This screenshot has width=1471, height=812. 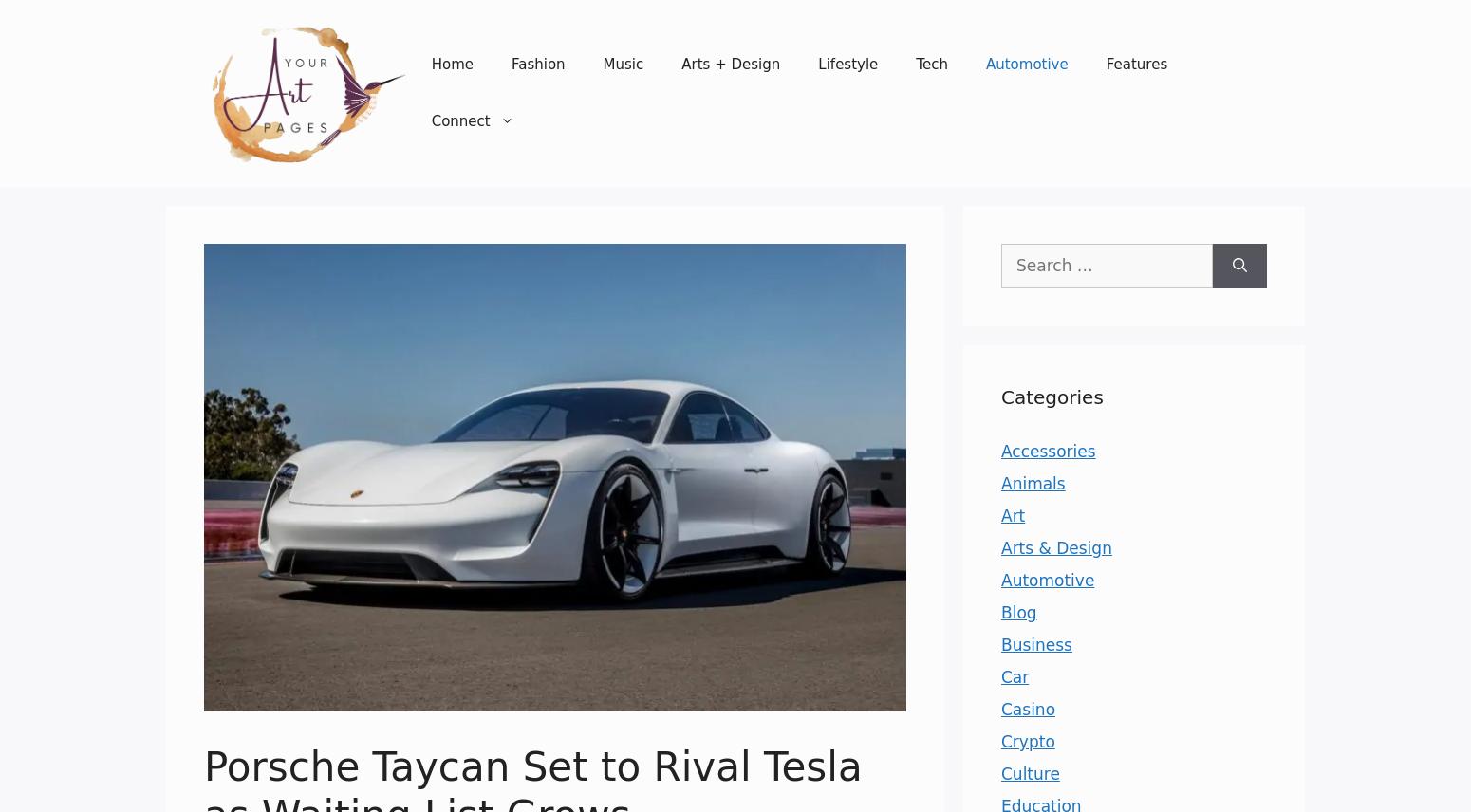 What do you see at coordinates (731, 63) in the screenshot?
I see `'Arts + Design'` at bounding box center [731, 63].